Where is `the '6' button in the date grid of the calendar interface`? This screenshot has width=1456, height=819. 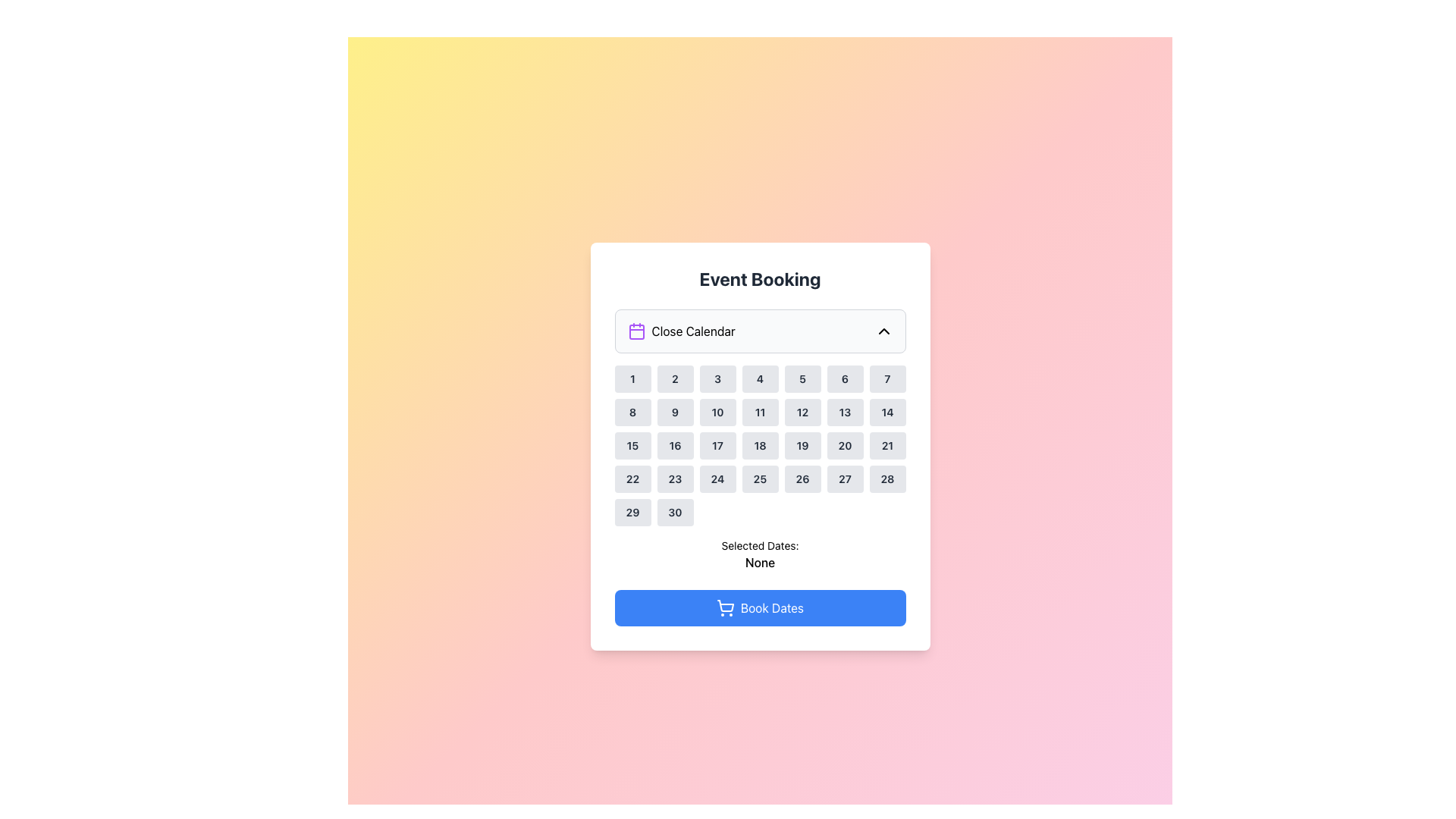
the '6' button in the date grid of the calendar interface is located at coordinates (844, 378).